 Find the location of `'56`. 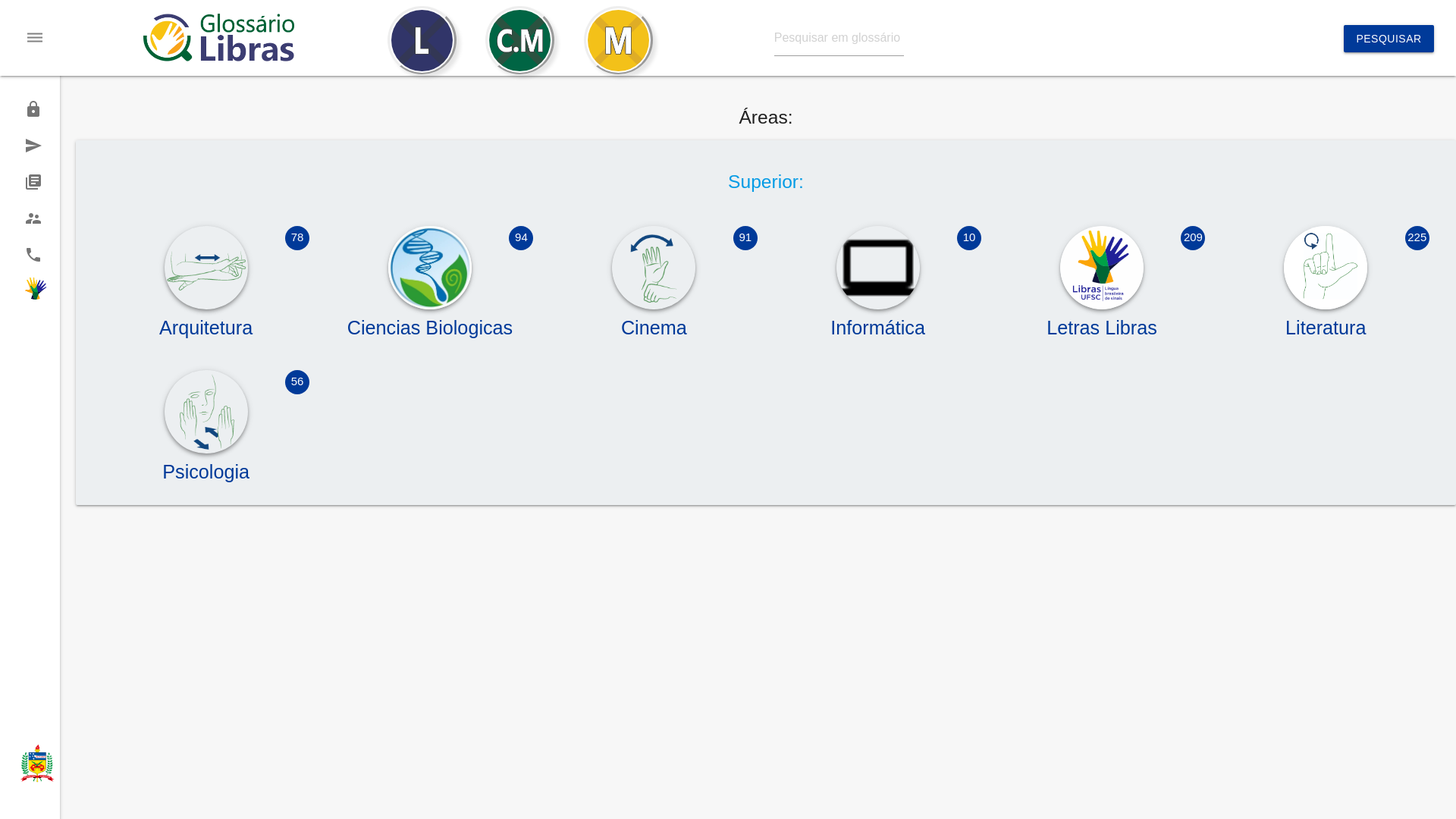

'56 is located at coordinates (205, 464).